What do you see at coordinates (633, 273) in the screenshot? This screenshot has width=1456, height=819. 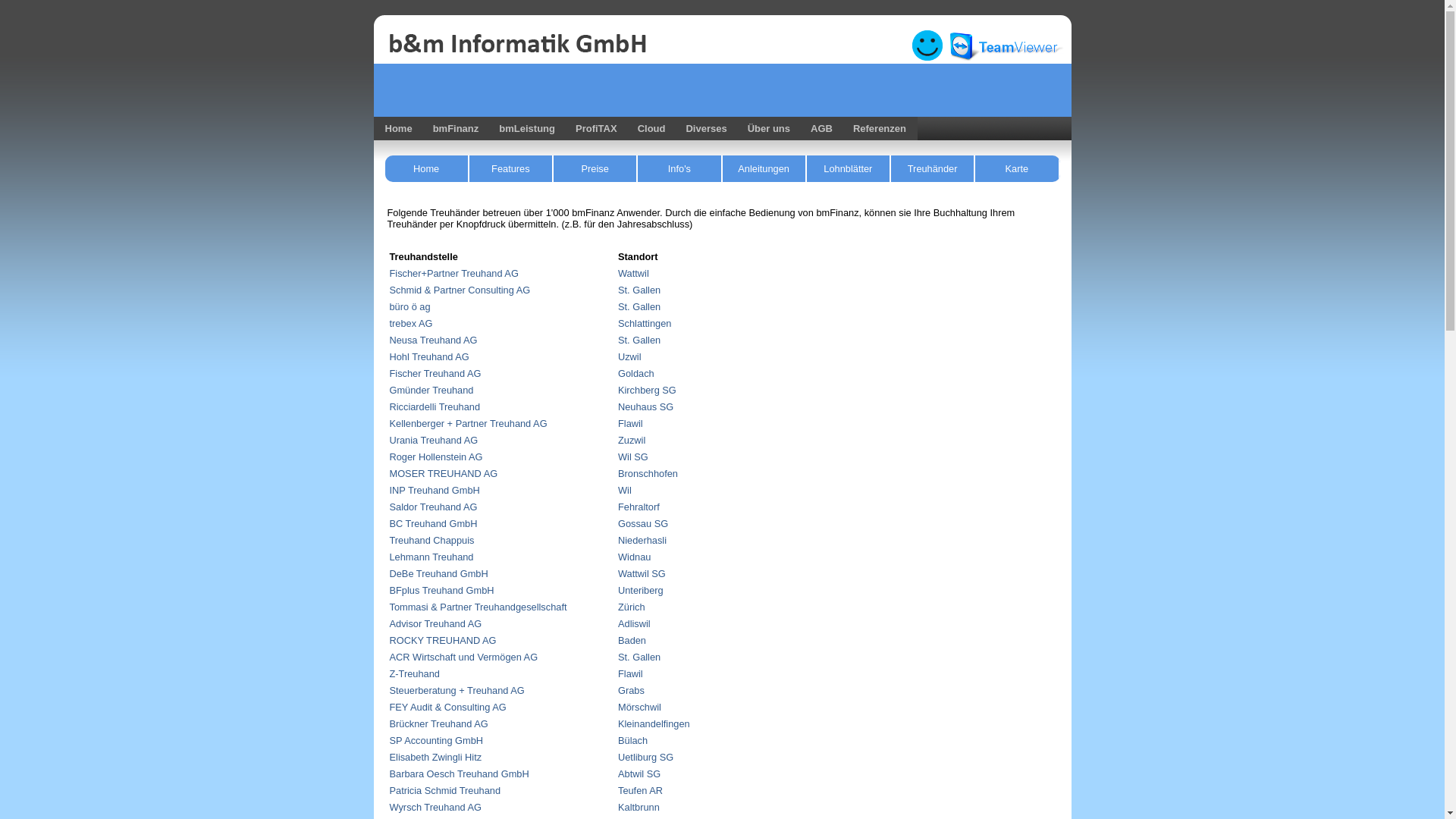 I see `'Wattwil'` at bounding box center [633, 273].